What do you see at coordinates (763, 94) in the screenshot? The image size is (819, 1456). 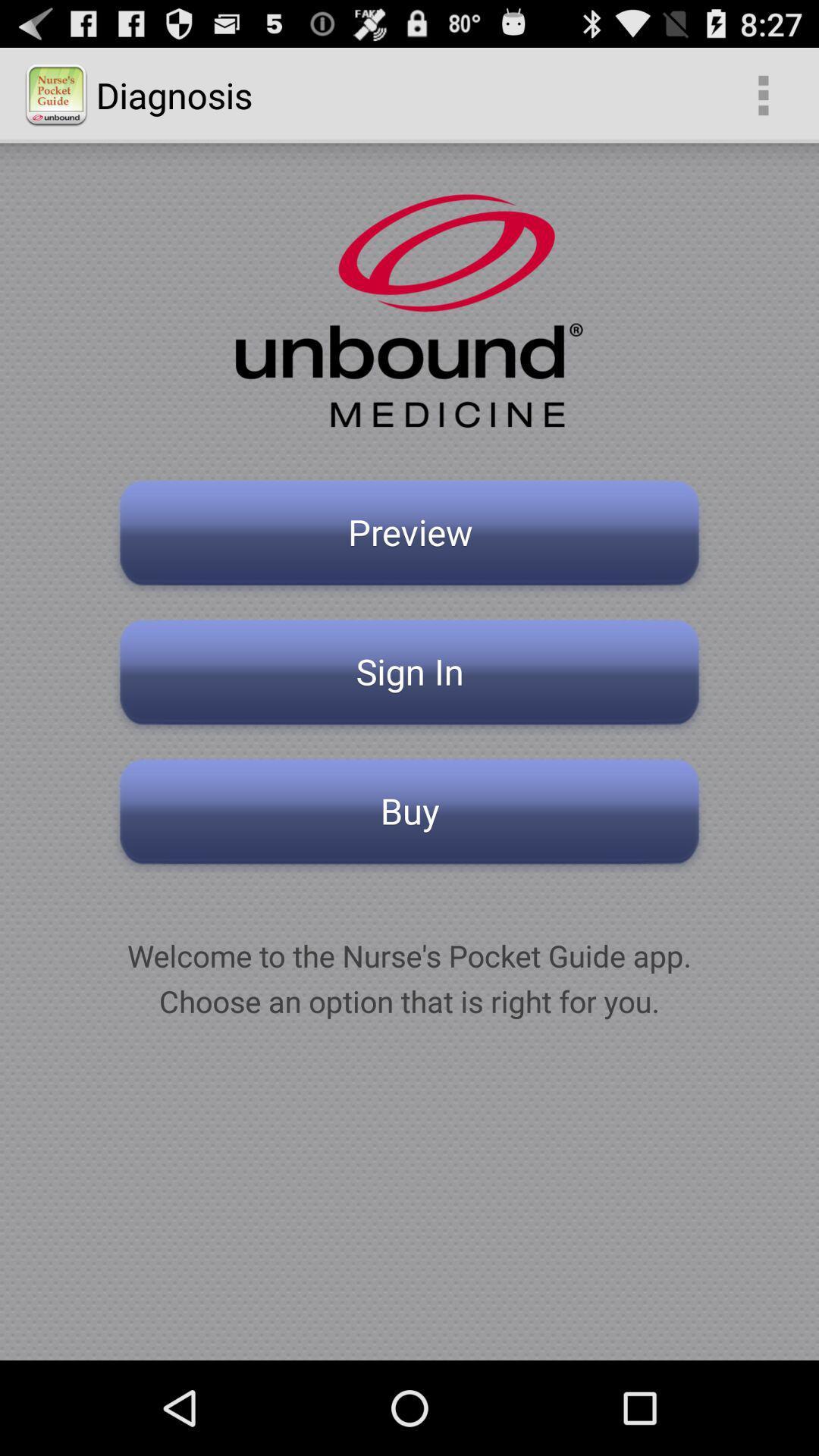 I see `icon at the top right corner` at bounding box center [763, 94].